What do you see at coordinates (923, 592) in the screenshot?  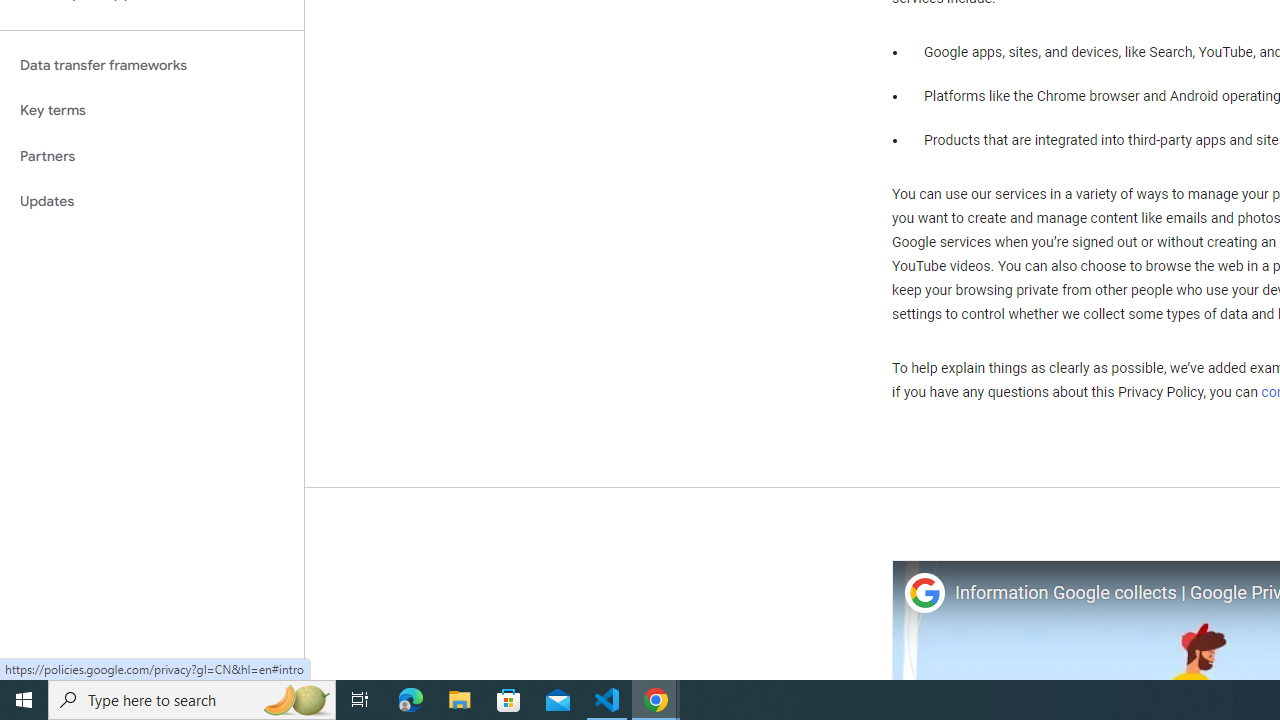 I see `'Photo image of Google'` at bounding box center [923, 592].